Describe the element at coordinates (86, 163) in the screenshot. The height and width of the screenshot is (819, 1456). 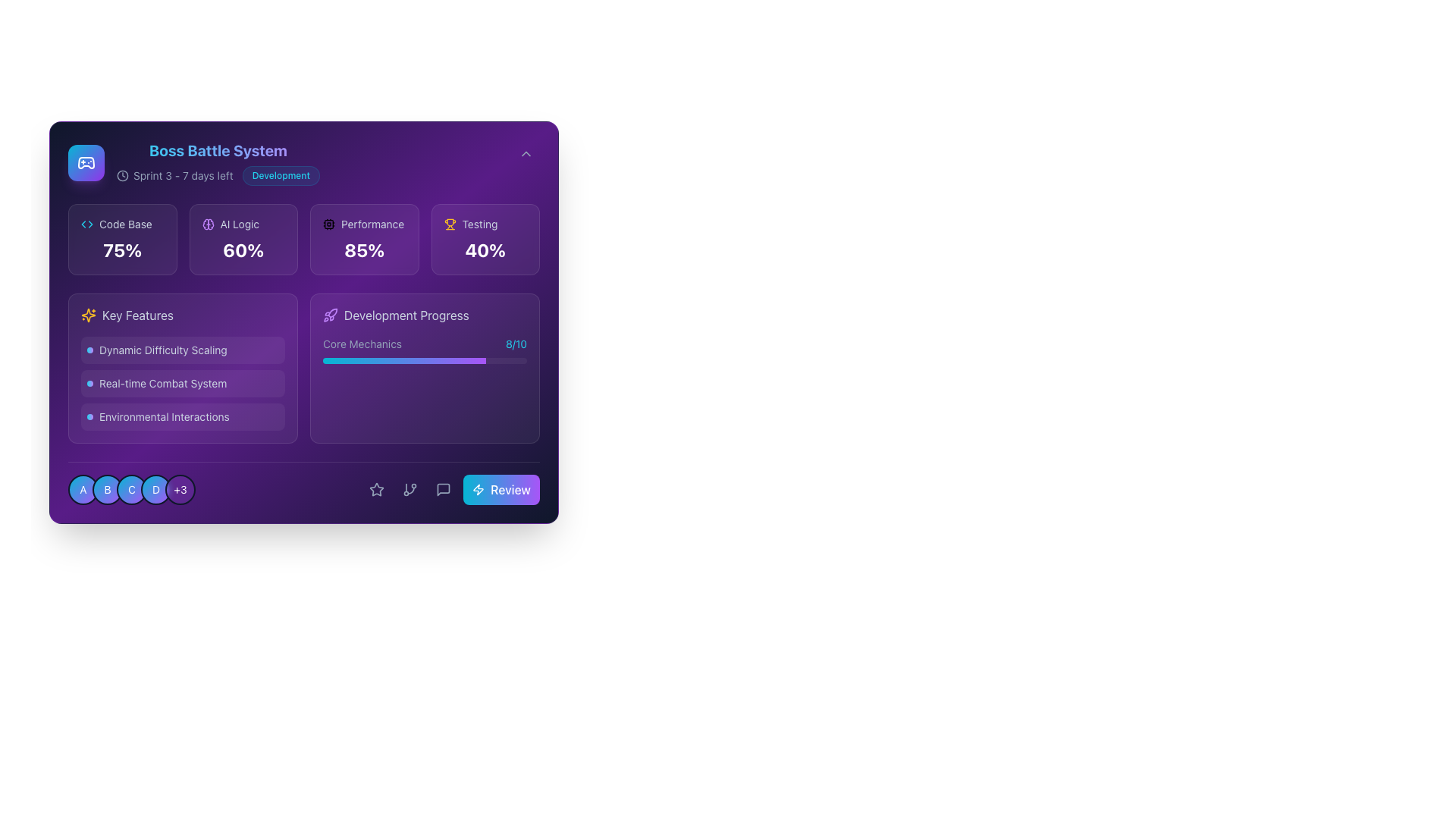
I see `the game controller icon, which is located near the top-left corner of the interface and adjacent to the title 'Boss Battle System'` at that location.